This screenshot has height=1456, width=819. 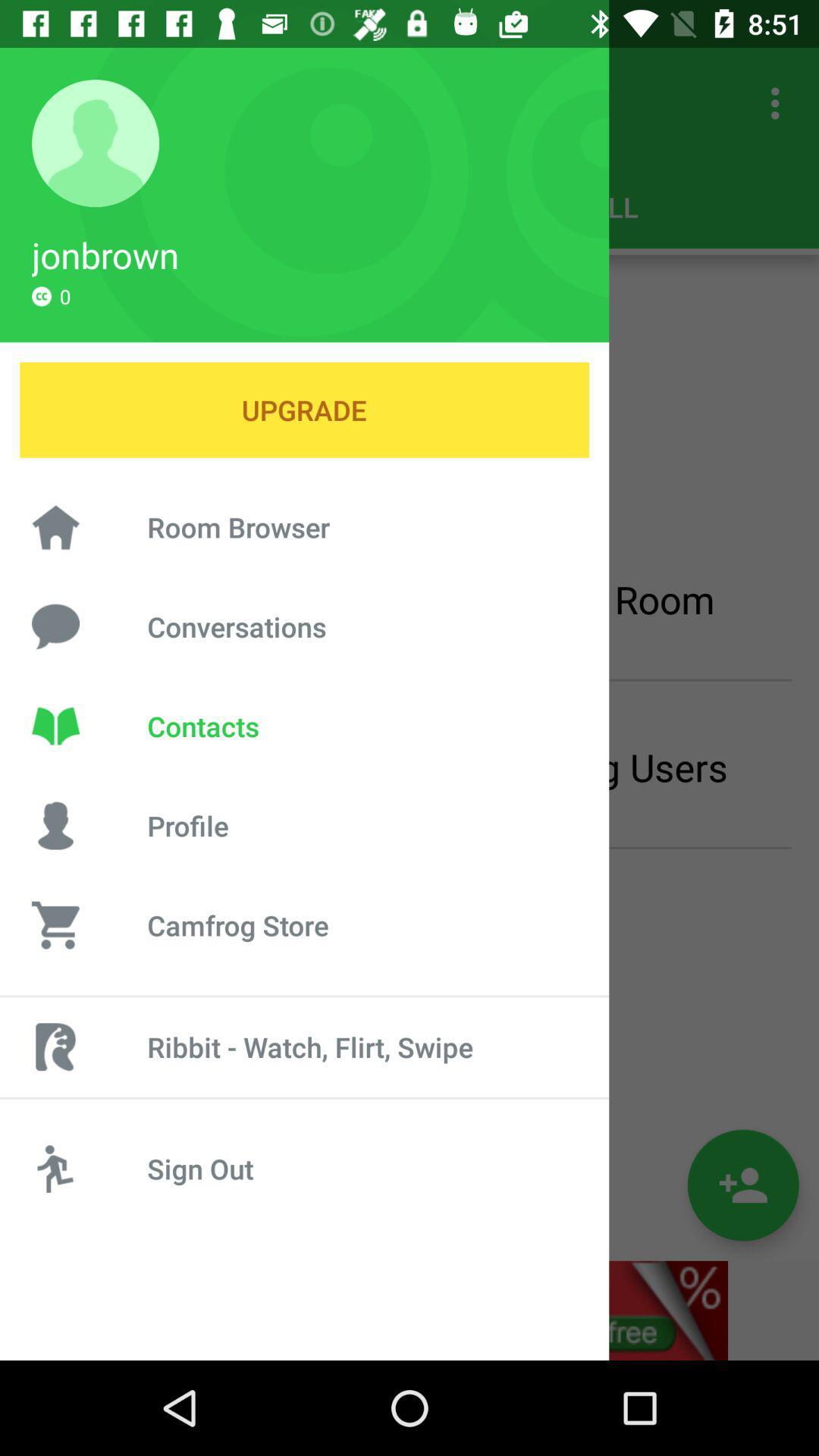 What do you see at coordinates (742, 1185) in the screenshot?
I see `the follow icon` at bounding box center [742, 1185].